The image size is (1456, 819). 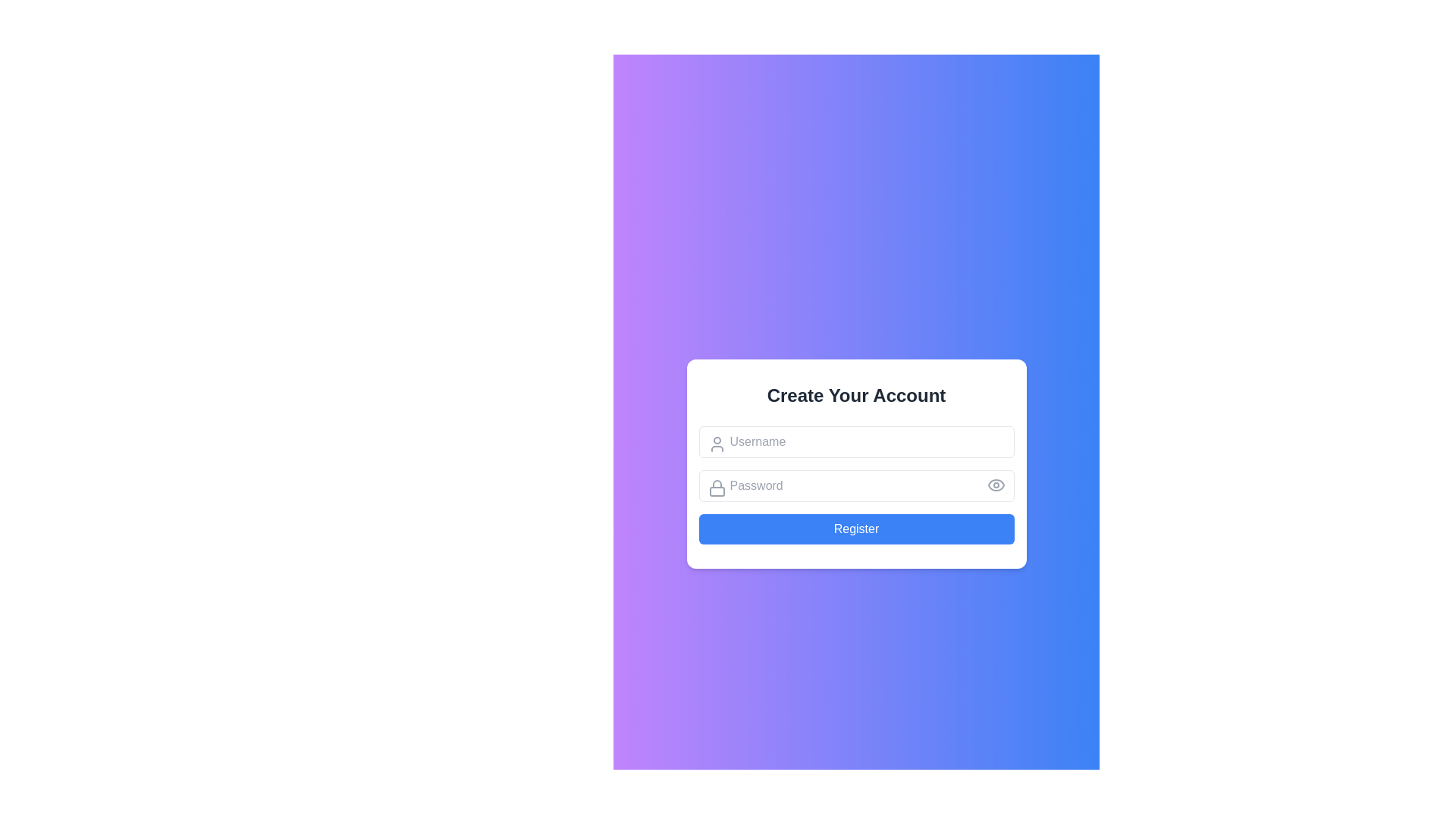 I want to click on the 'Register' button, which is a rectangular button with a blue background and white text, so click(x=856, y=529).